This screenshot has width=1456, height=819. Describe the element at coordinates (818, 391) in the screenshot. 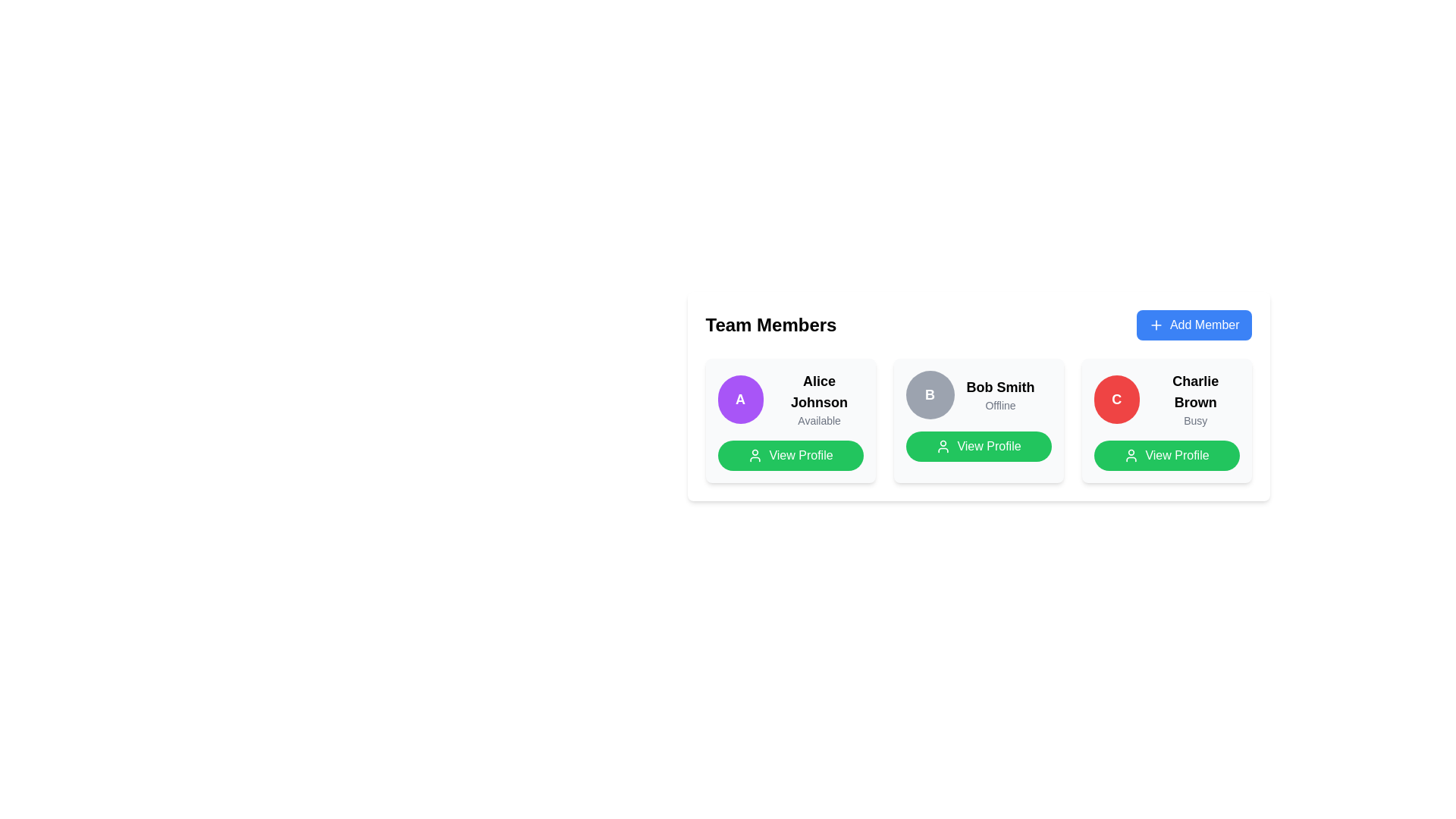

I see `the text label displaying 'Alice Johnson', which identifies the team member, to trigger any potential tooltip` at that location.